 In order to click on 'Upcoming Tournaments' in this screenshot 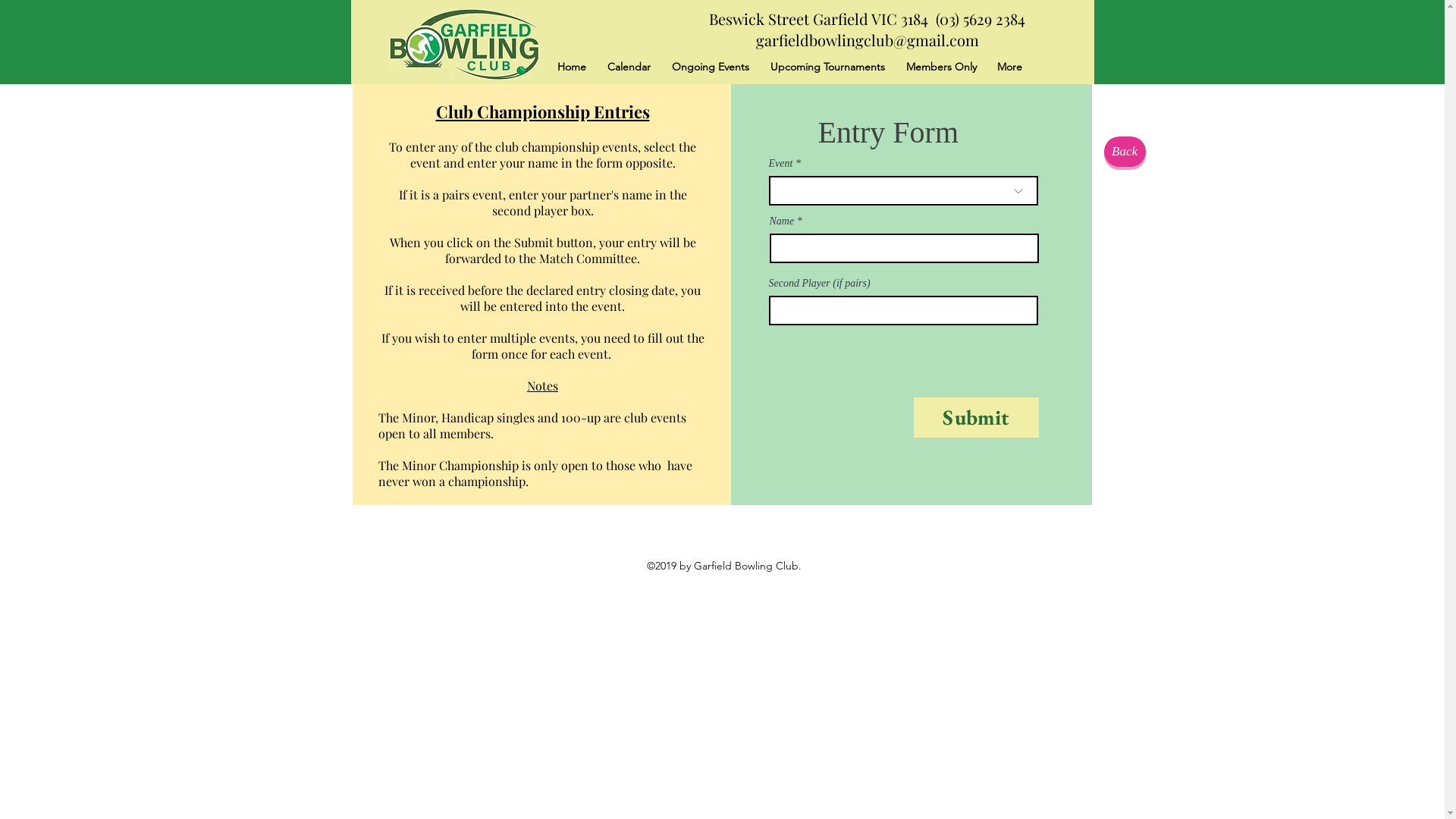, I will do `click(827, 66)`.